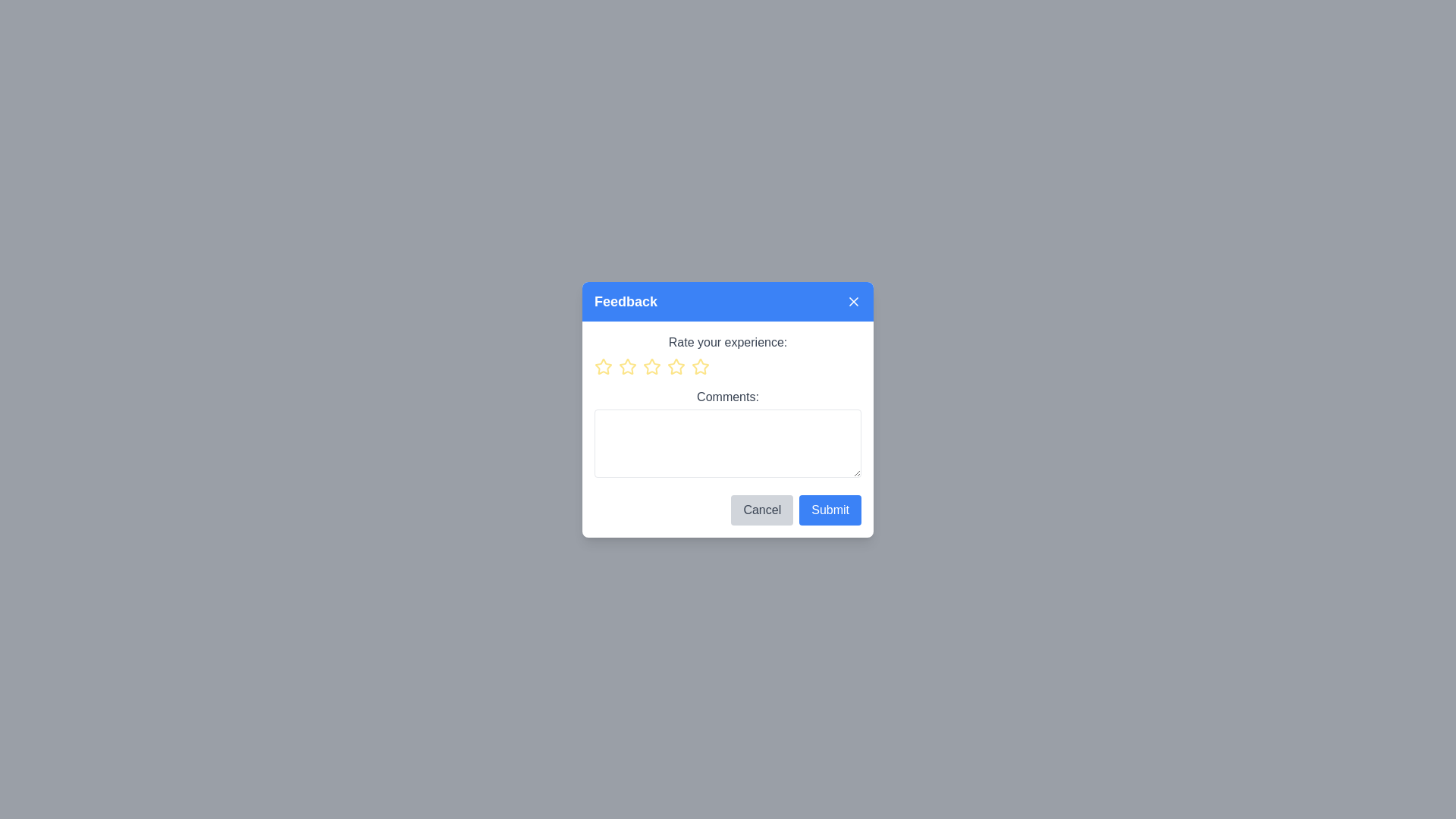 The width and height of the screenshot is (1456, 819). What do you see at coordinates (628, 366) in the screenshot?
I see `the second star-shaped icon button, which is yellow and outlined, located within the 'Rate your experience' feedback dialog box to interact with it` at bounding box center [628, 366].